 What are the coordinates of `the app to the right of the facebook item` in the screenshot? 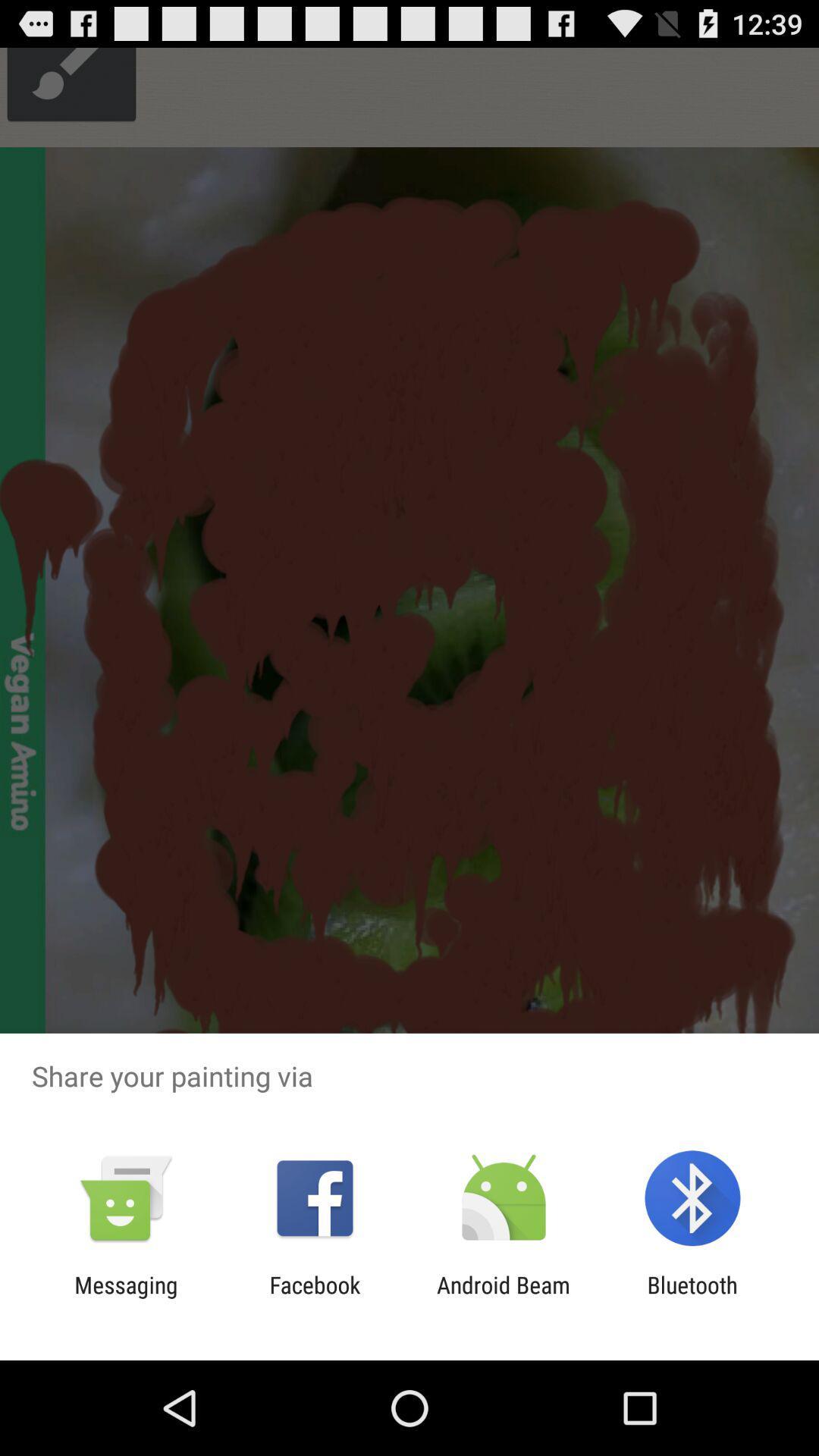 It's located at (504, 1298).